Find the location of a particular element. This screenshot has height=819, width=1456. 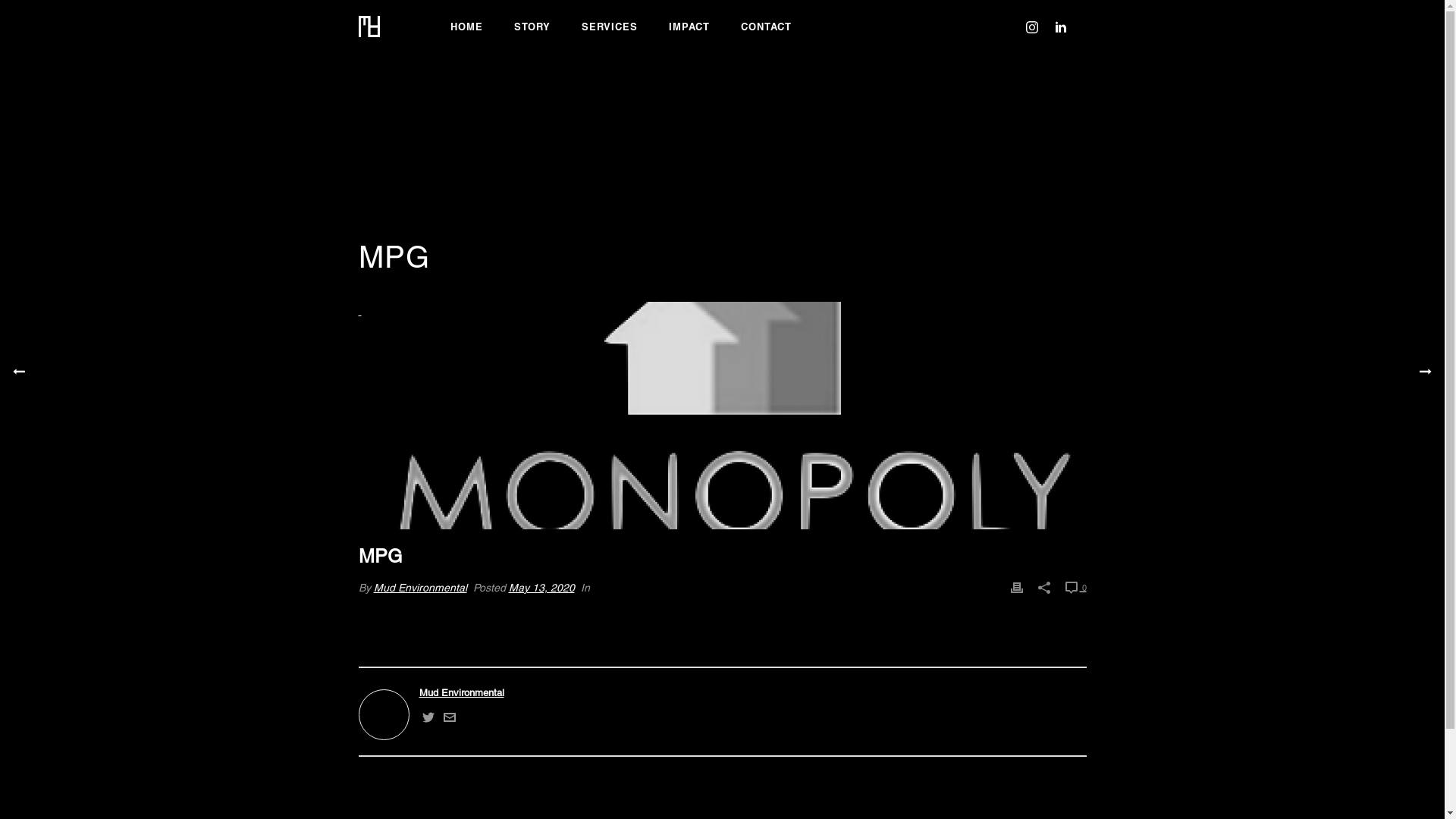

'STORY' is located at coordinates (532, 26).